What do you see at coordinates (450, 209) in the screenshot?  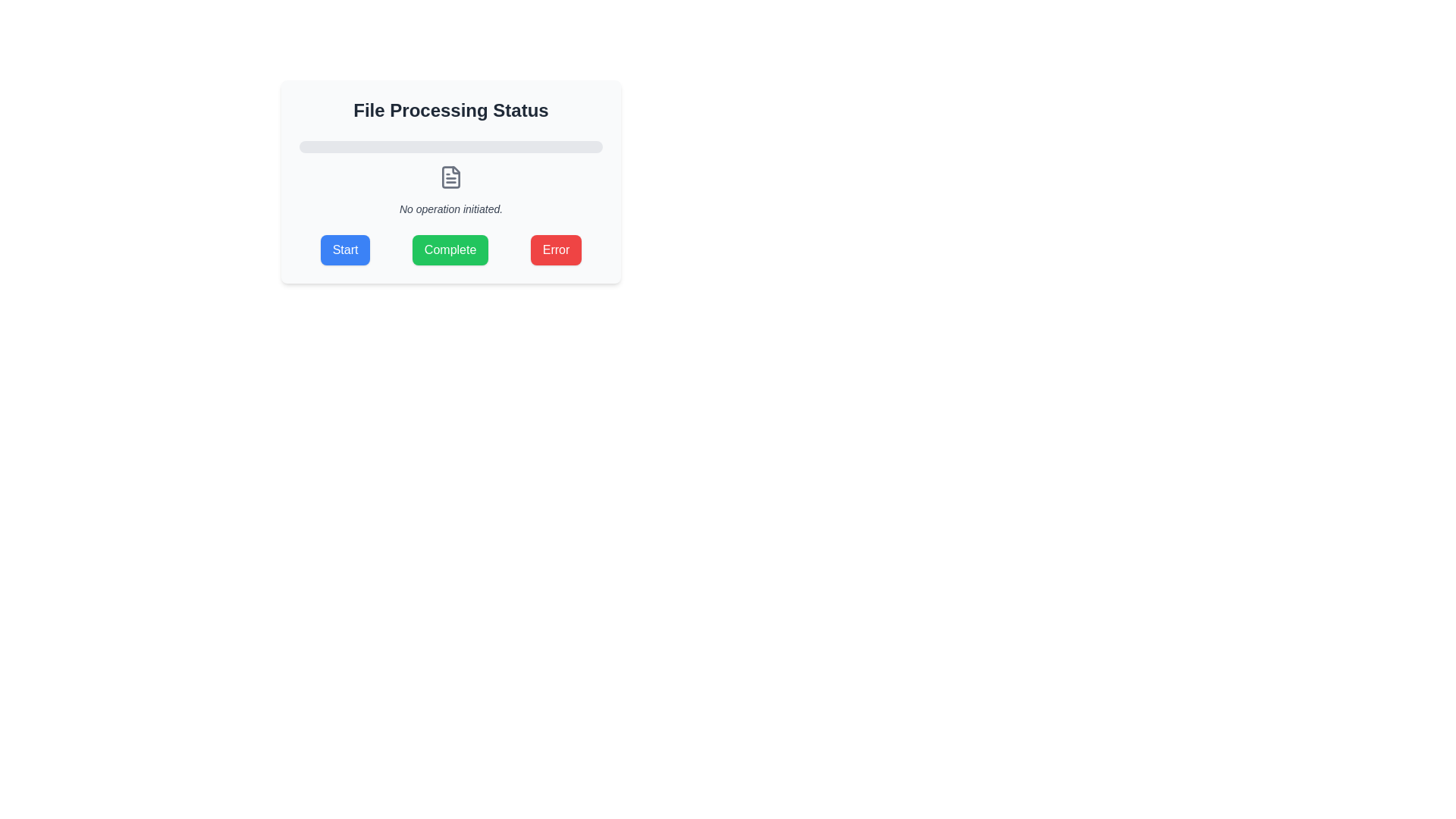 I see `the Text label that indicates the current message or status, located beneath the icon in the file processing status layout, specifically below the progress bar and above the buttons labeled 'Start', 'Complete', and 'Error'` at bounding box center [450, 209].